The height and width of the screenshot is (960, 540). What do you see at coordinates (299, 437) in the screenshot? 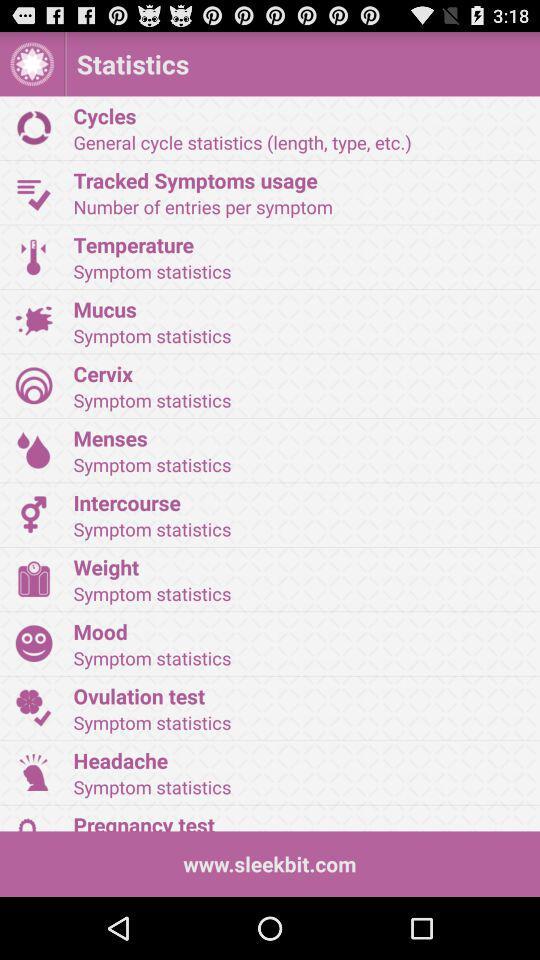
I see `the menses item` at bounding box center [299, 437].